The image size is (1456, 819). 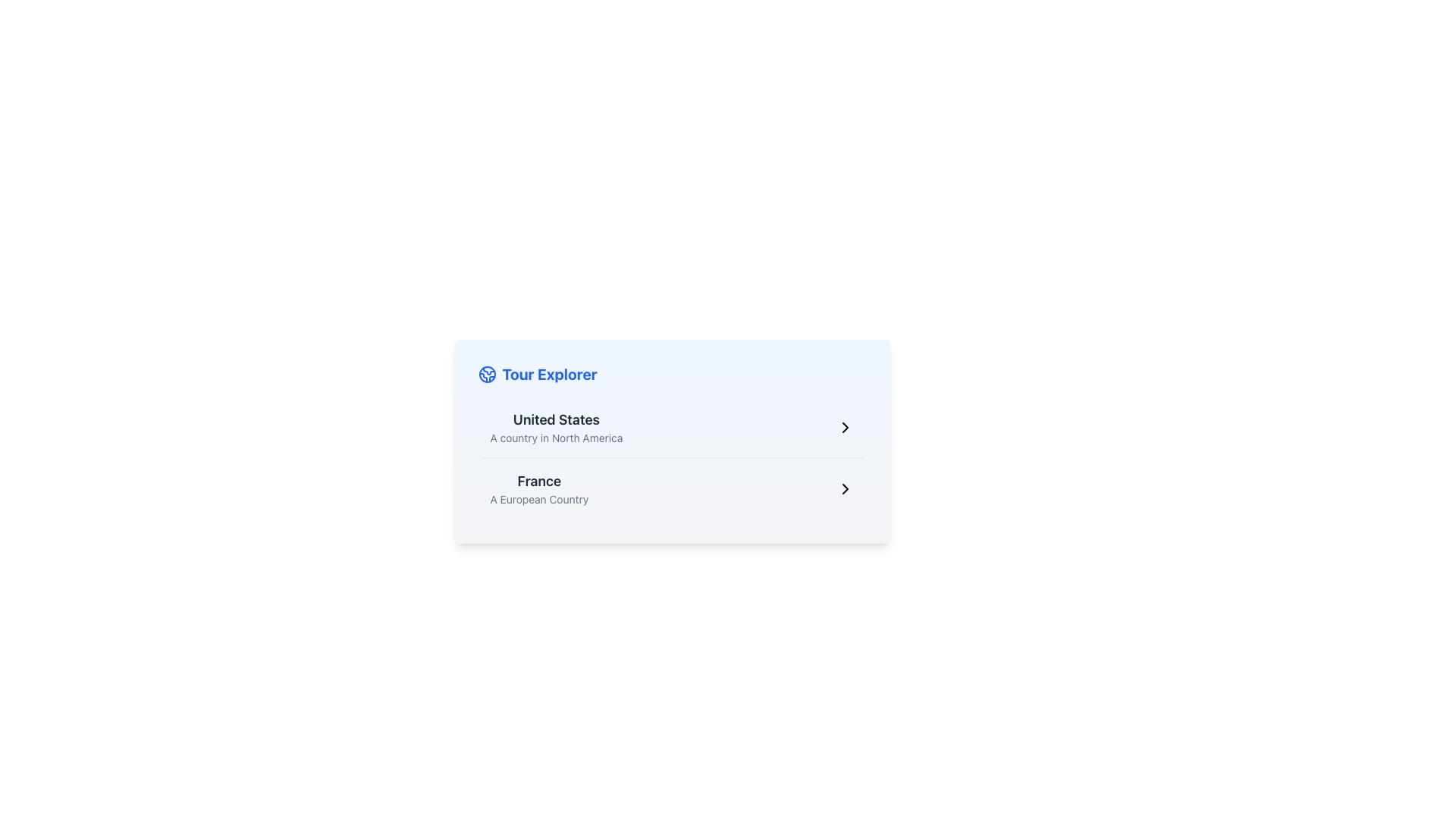 What do you see at coordinates (671, 488) in the screenshot?
I see `the second row of the 'Tour Explorer' list displaying 'France' and its description 'A European Country' to navigate` at bounding box center [671, 488].